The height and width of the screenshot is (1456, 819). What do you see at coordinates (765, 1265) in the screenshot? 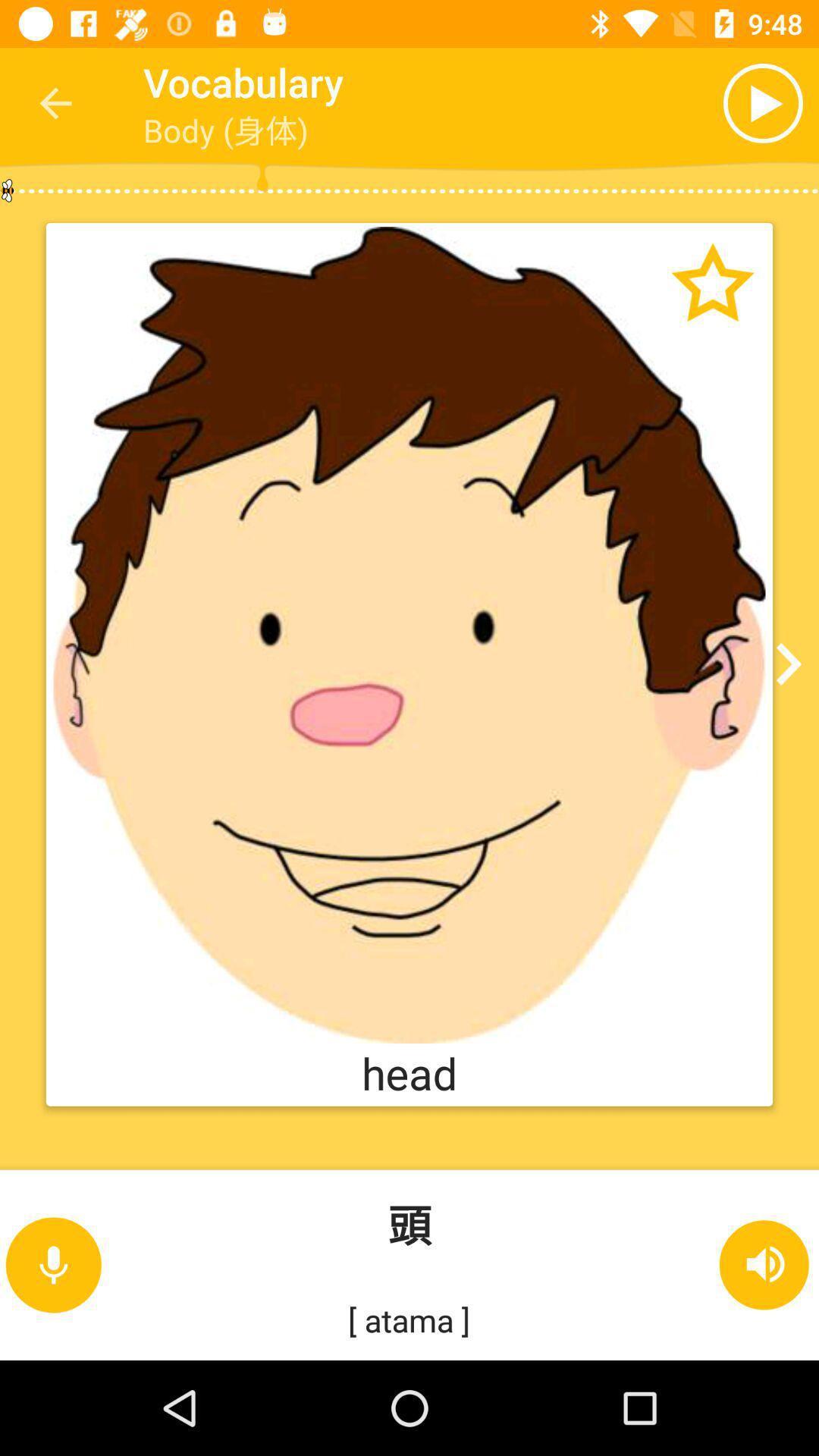
I see `the volume icon` at bounding box center [765, 1265].